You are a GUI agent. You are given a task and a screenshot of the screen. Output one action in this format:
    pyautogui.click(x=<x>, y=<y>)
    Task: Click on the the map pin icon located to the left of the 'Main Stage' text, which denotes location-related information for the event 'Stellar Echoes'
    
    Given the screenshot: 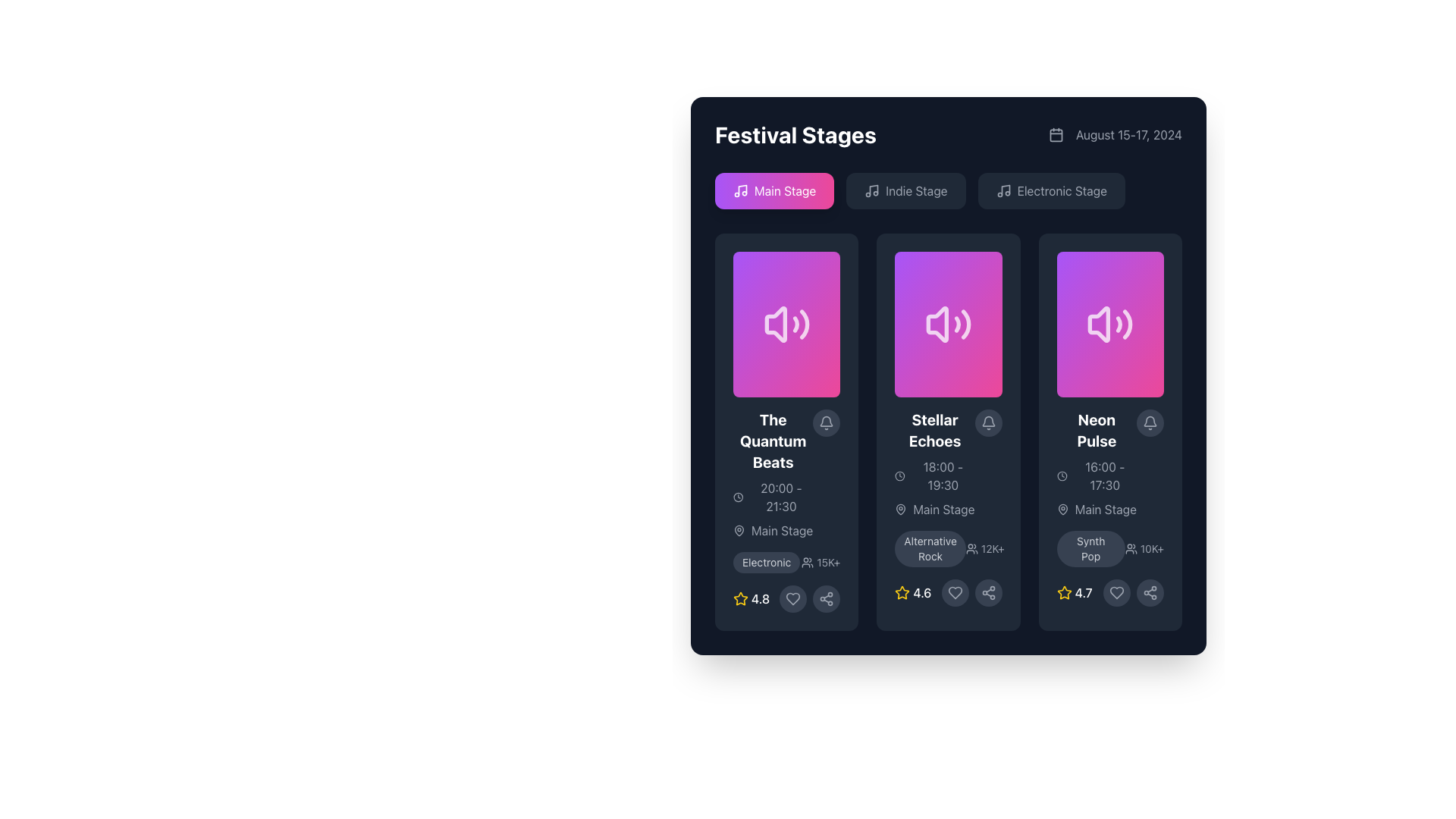 What is the action you would take?
    pyautogui.click(x=901, y=509)
    